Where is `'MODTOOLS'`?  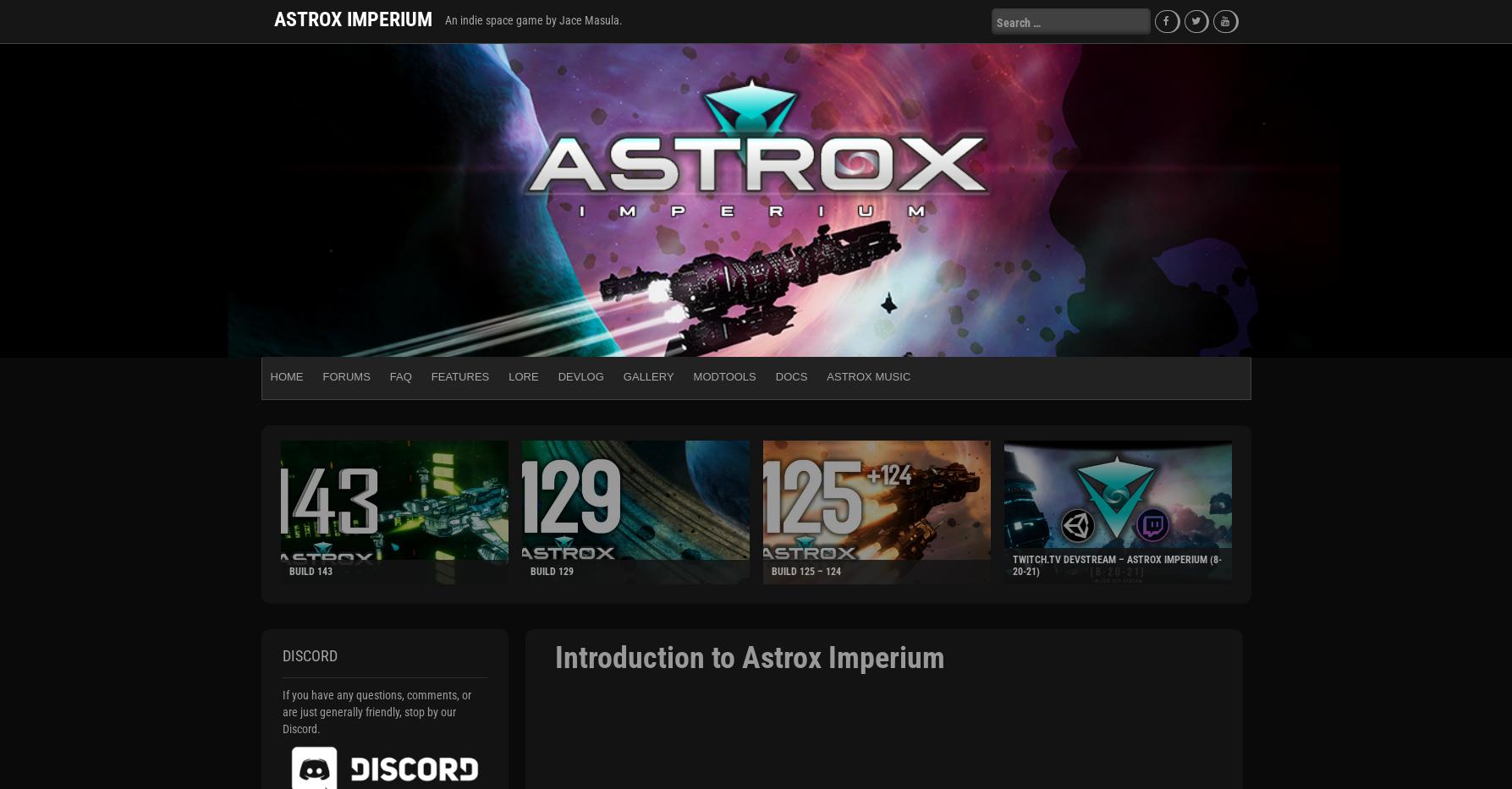 'MODTOOLS' is located at coordinates (723, 375).